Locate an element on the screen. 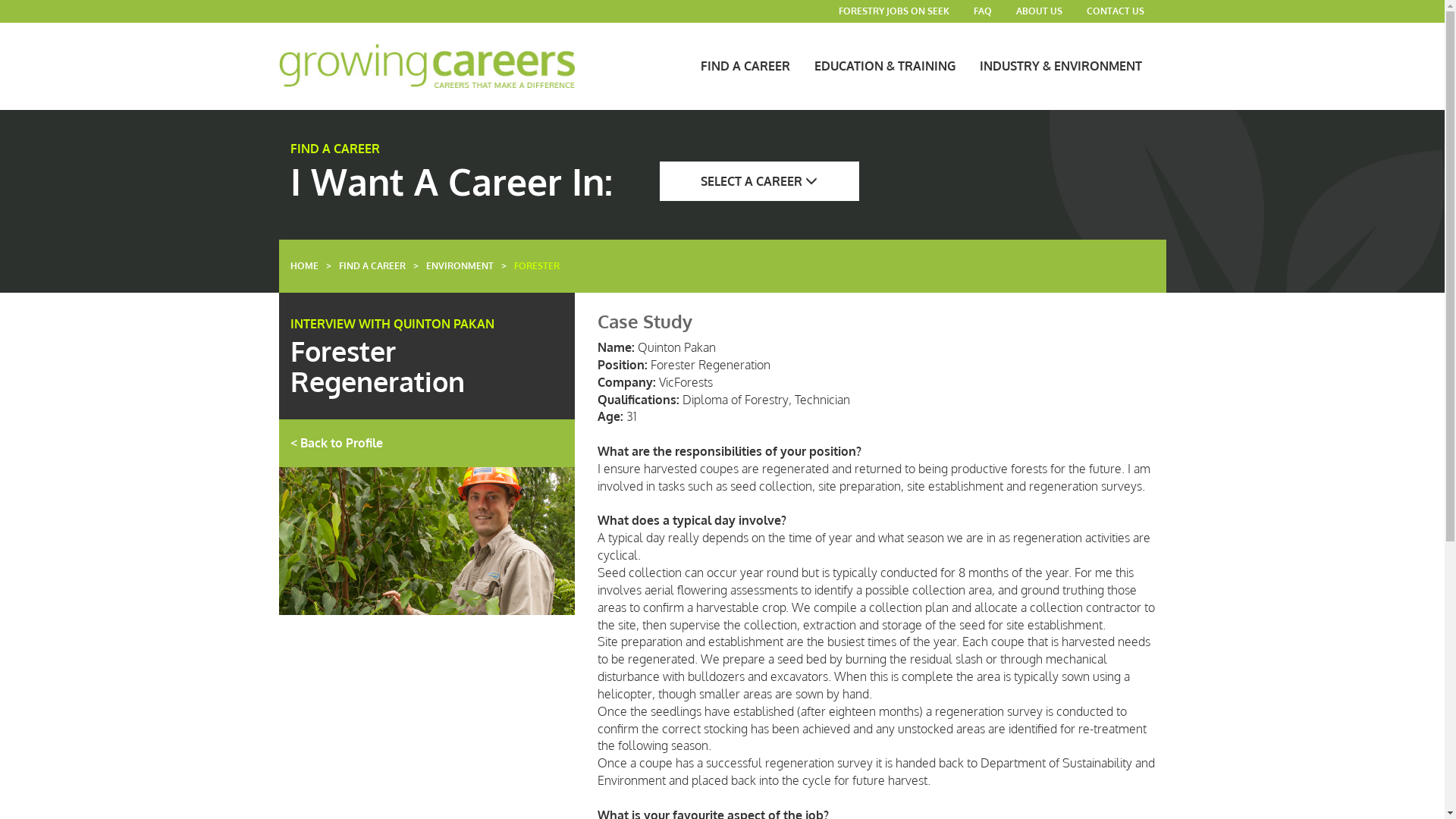 Image resolution: width=1456 pixels, height=819 pixels. 'CONTACT US' is located at coordinates (1084, 11).